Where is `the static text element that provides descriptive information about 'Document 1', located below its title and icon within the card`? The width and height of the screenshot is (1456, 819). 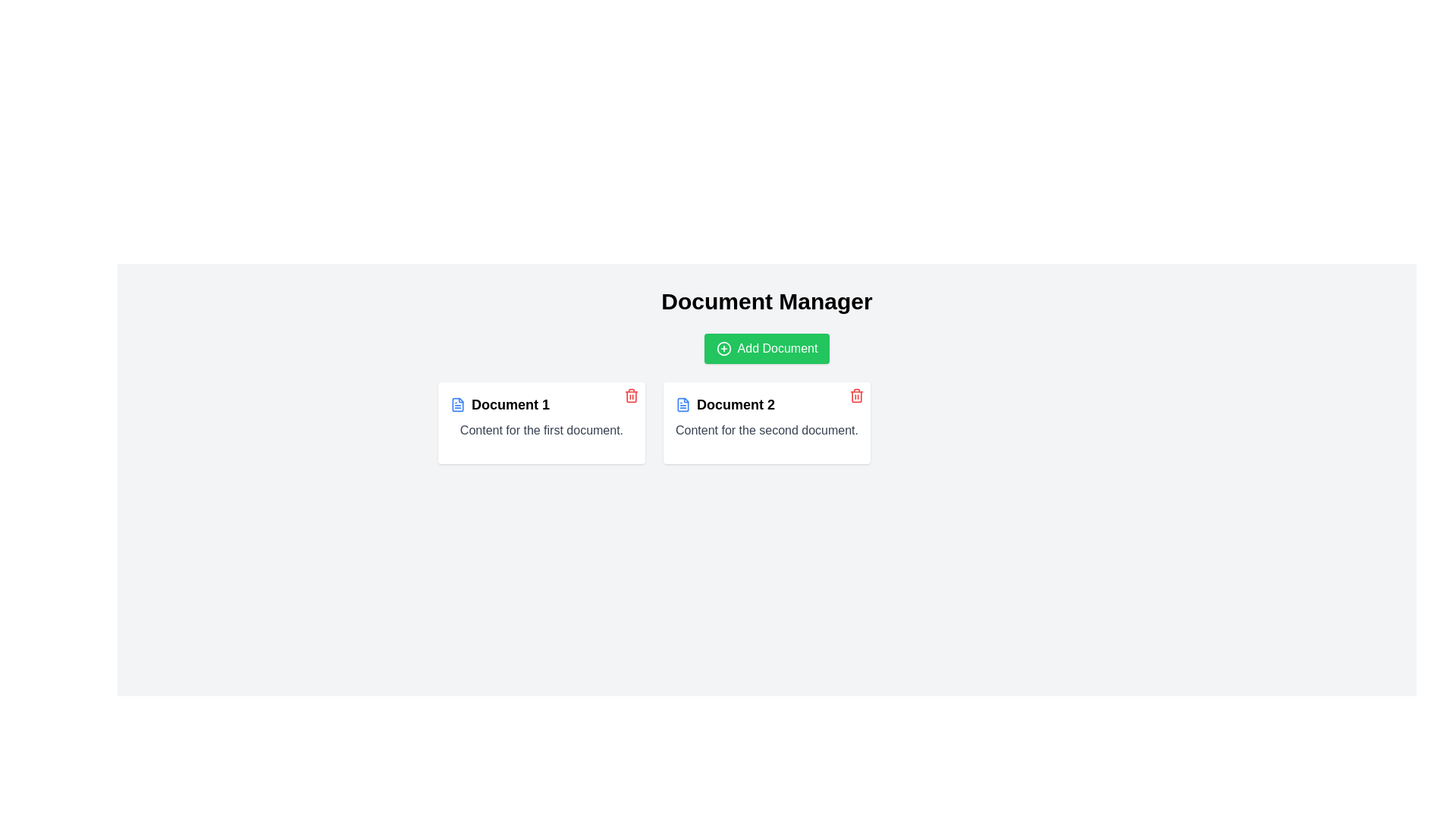
the static text element that provides descriptive information about 'Document 1', located below its title and icon within the card is located at coordinates (541, 430).